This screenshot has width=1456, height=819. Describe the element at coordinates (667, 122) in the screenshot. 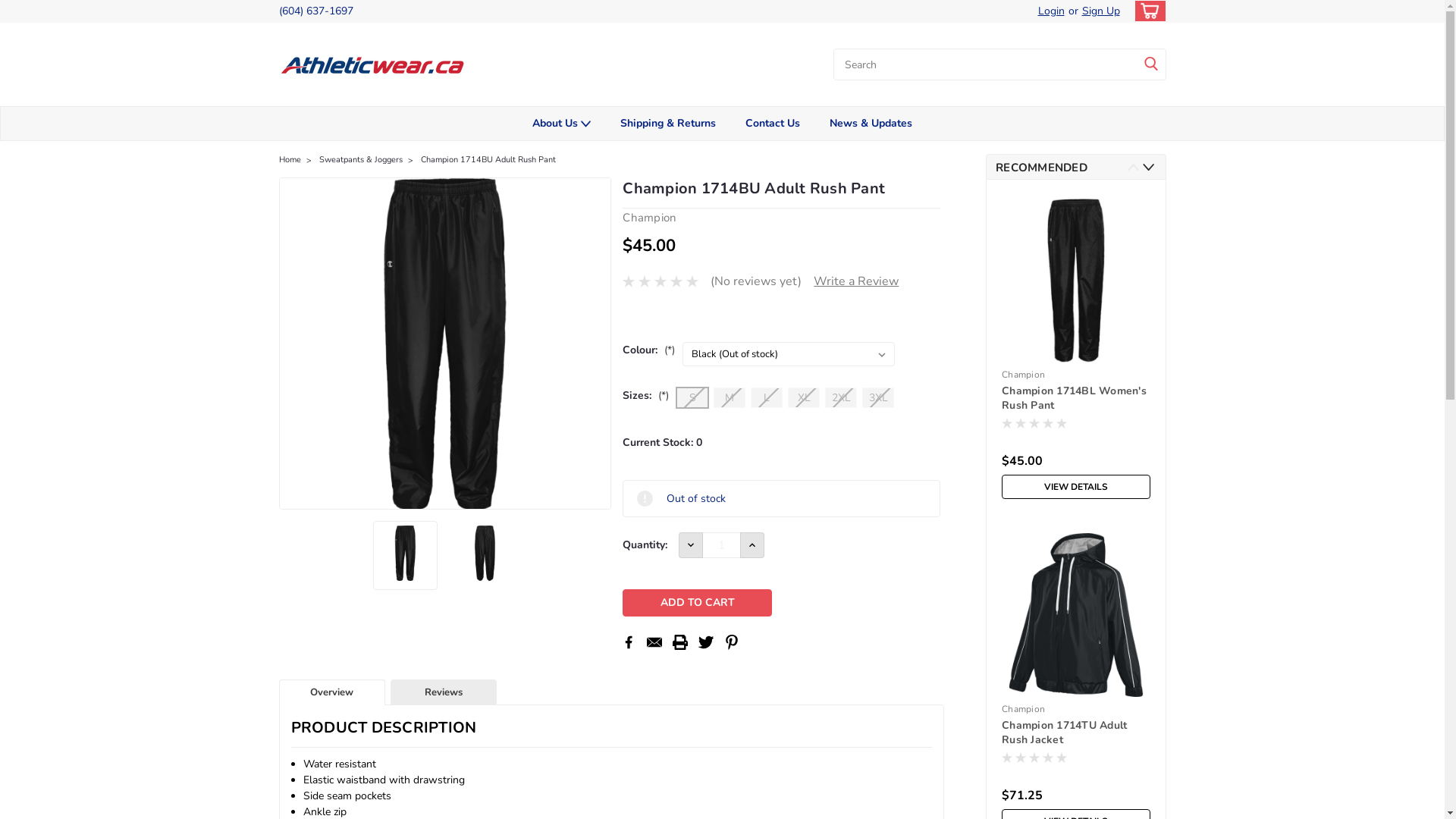

I see `'Shipping & Returns'` at that location.